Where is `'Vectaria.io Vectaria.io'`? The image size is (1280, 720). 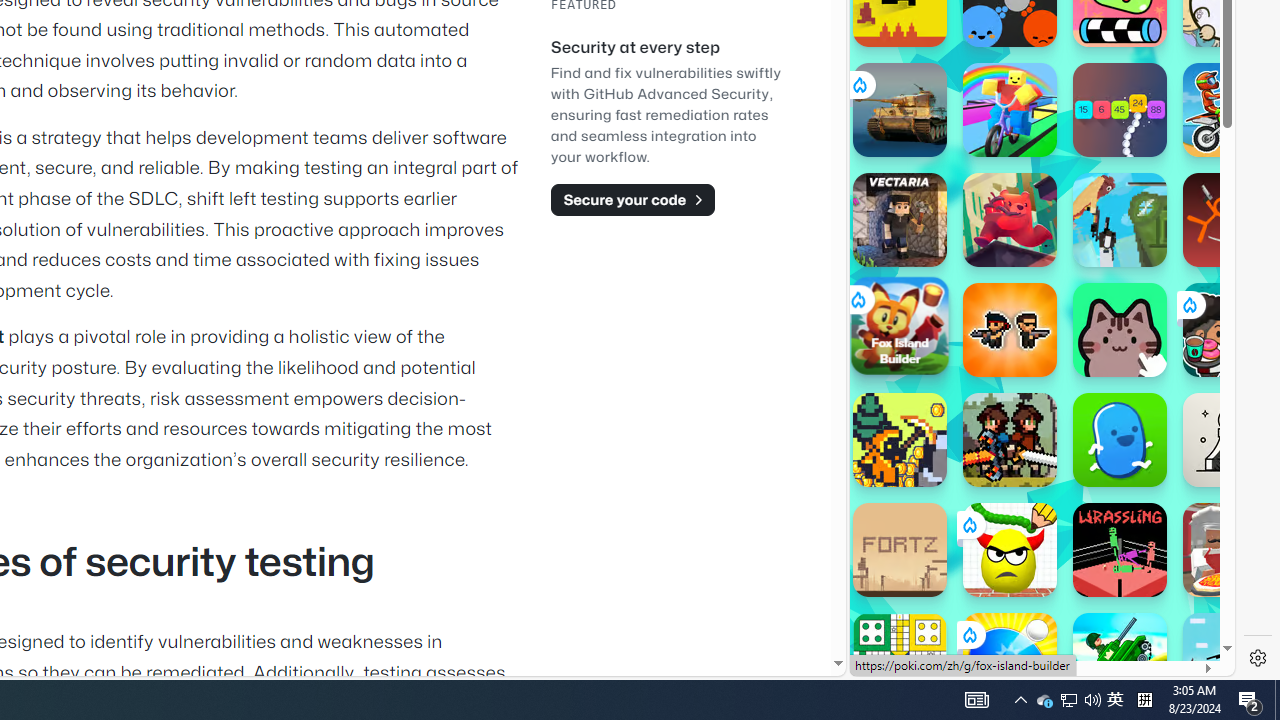
'Vectaria.io Vectaria.io' is located at coordinates (898, 219).